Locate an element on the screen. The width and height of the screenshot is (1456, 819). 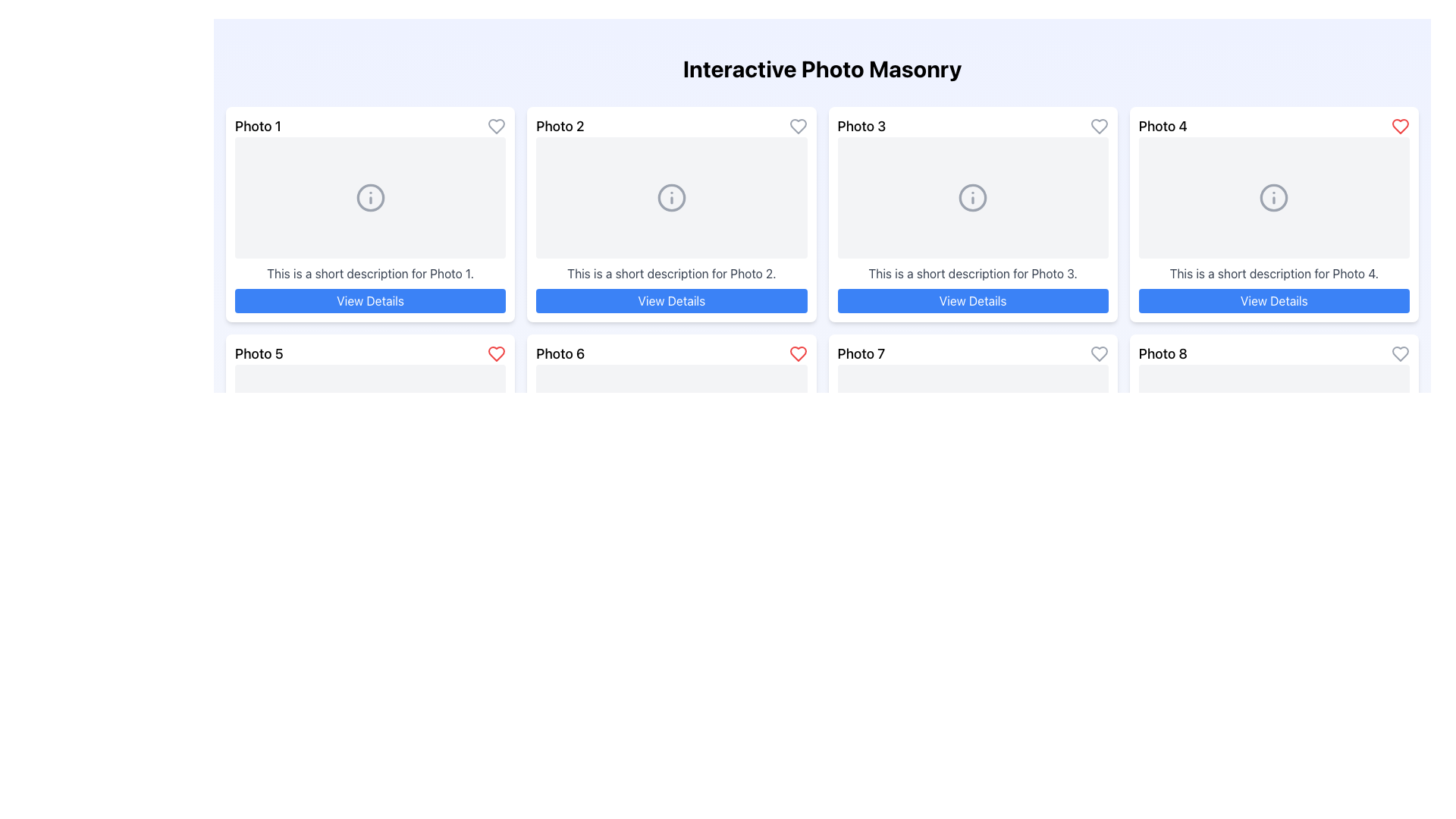
header text element positioned at the very top of the layout, which serves as a label for the collection of photo items below is located at coordinates (821, 69).